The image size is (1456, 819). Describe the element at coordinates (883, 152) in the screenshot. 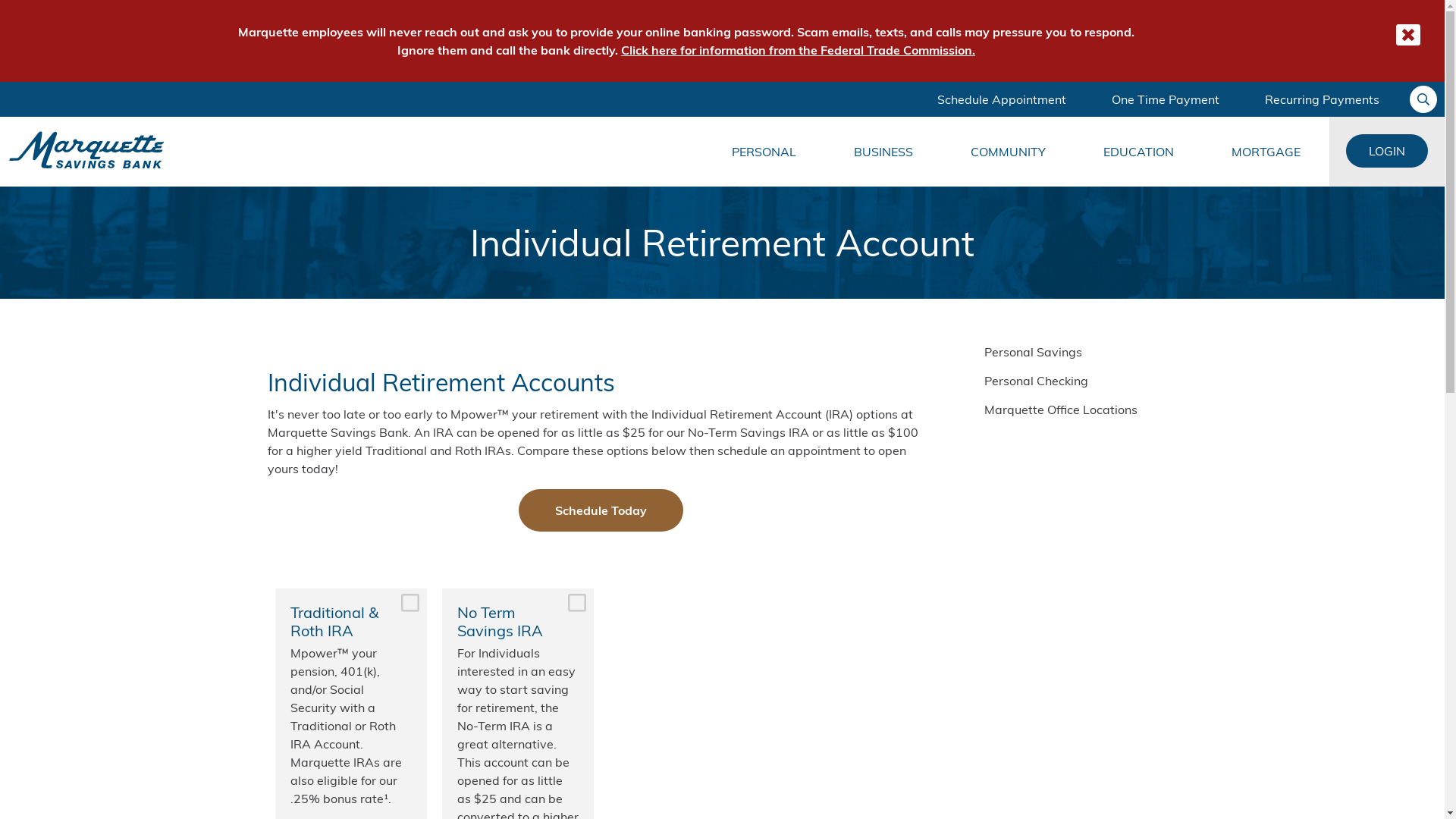

I see `'BUSINESS'` at that location.